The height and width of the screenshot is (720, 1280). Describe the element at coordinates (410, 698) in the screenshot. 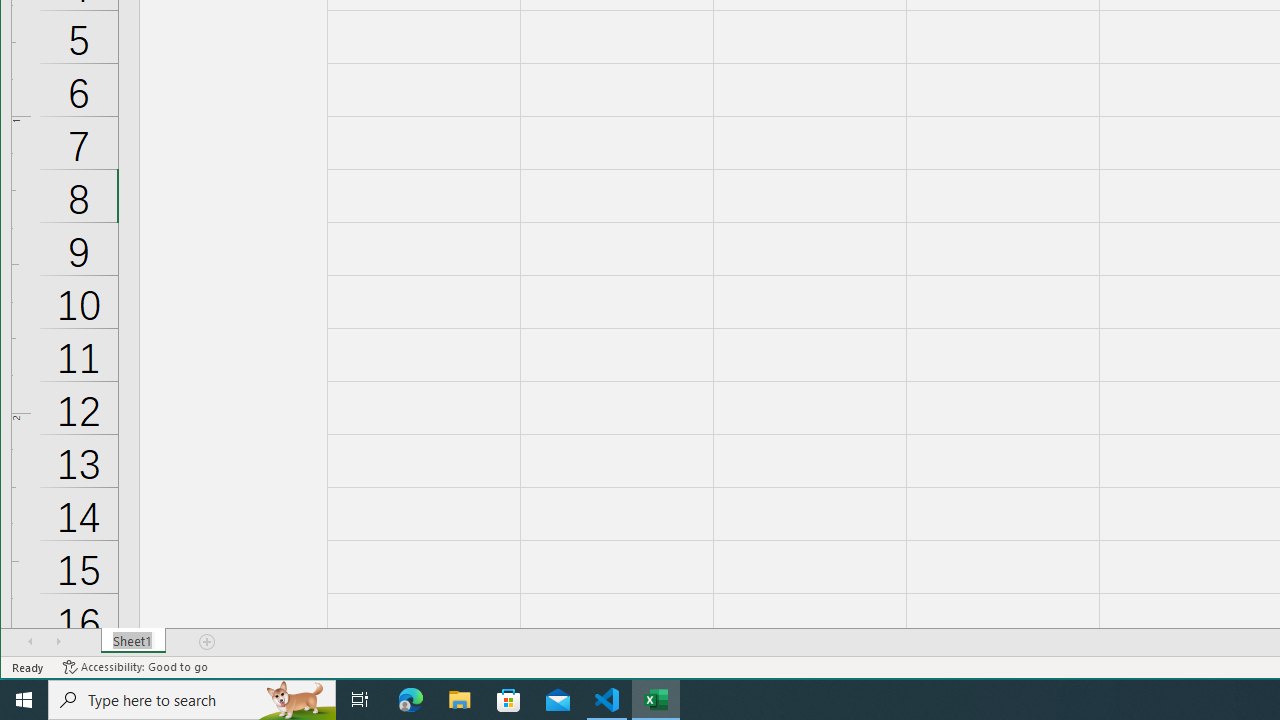

I see `'Microsoft Edge'` at that location.